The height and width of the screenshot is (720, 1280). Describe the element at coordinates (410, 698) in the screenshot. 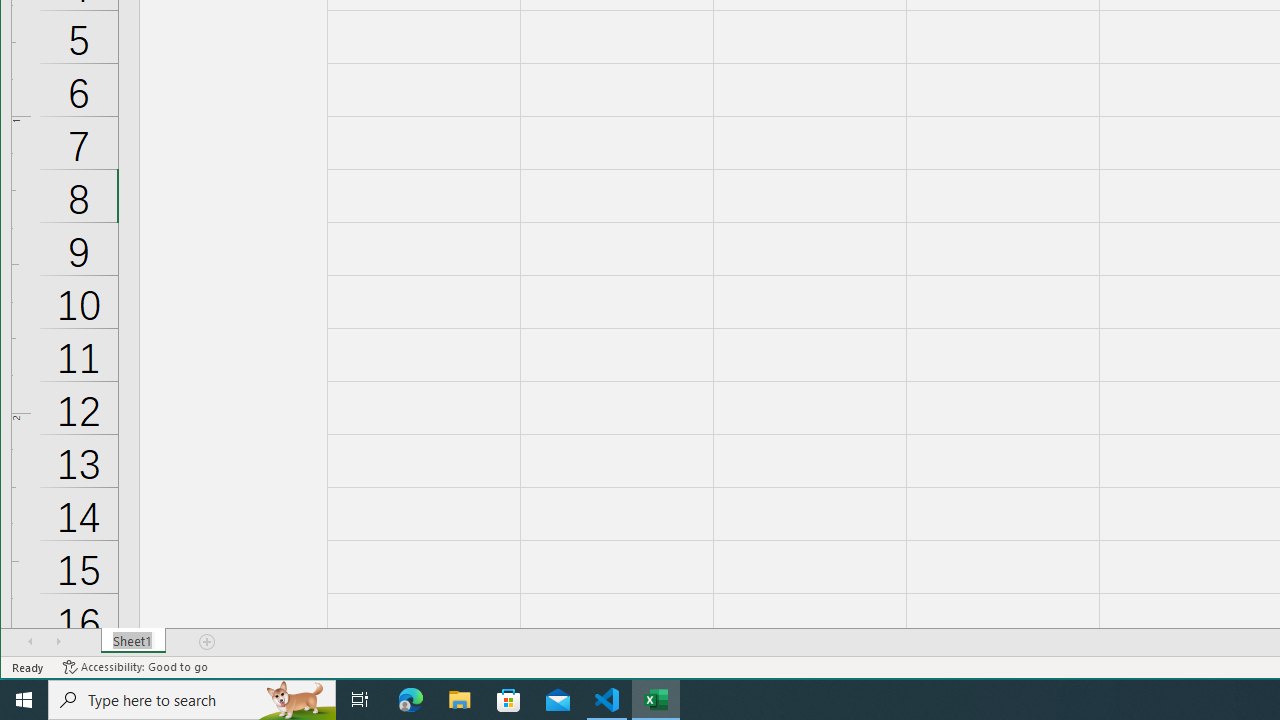

I see `'Microsoft Edge'` at that location.